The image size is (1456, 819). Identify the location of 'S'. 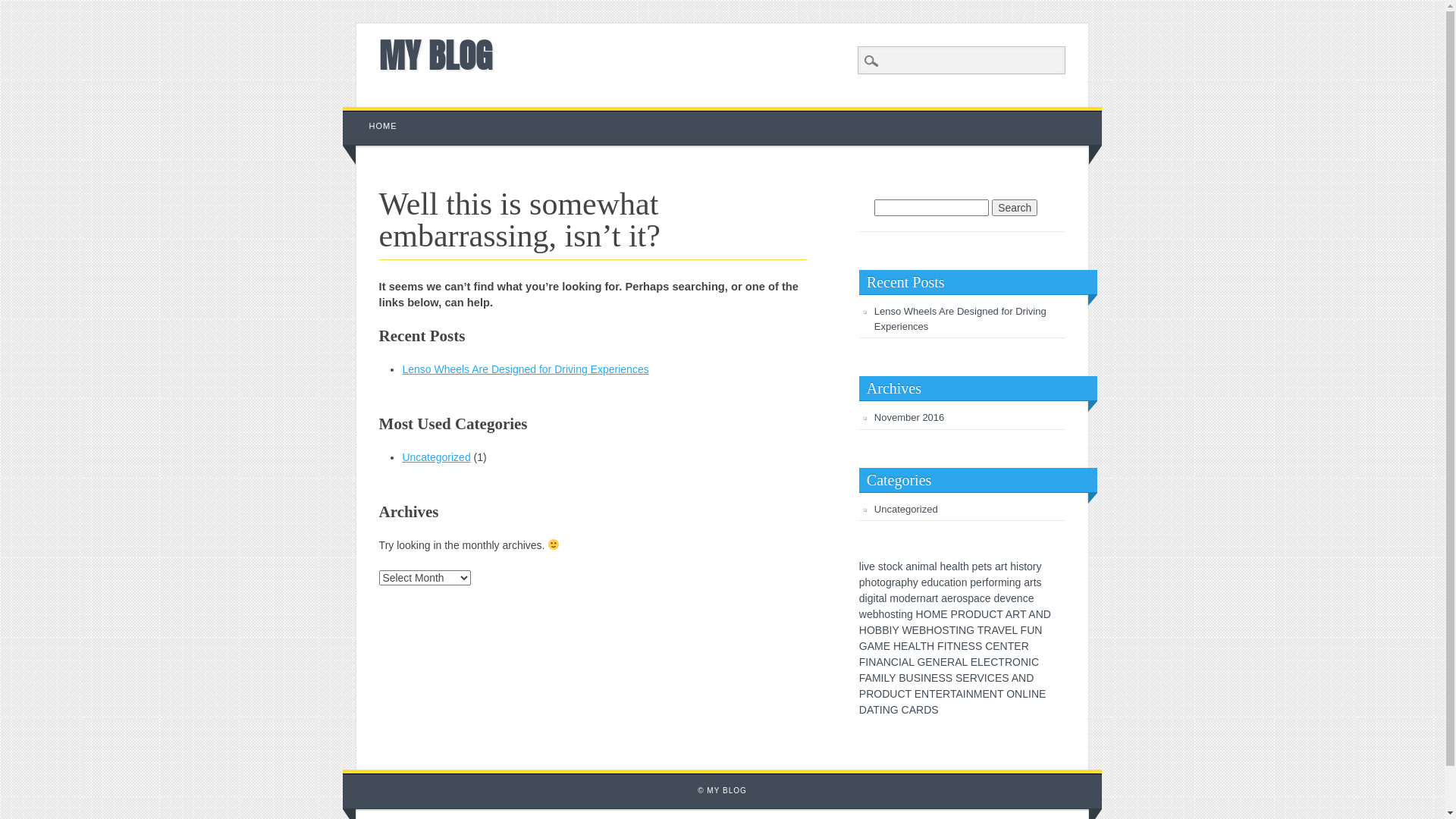
(971, 646).